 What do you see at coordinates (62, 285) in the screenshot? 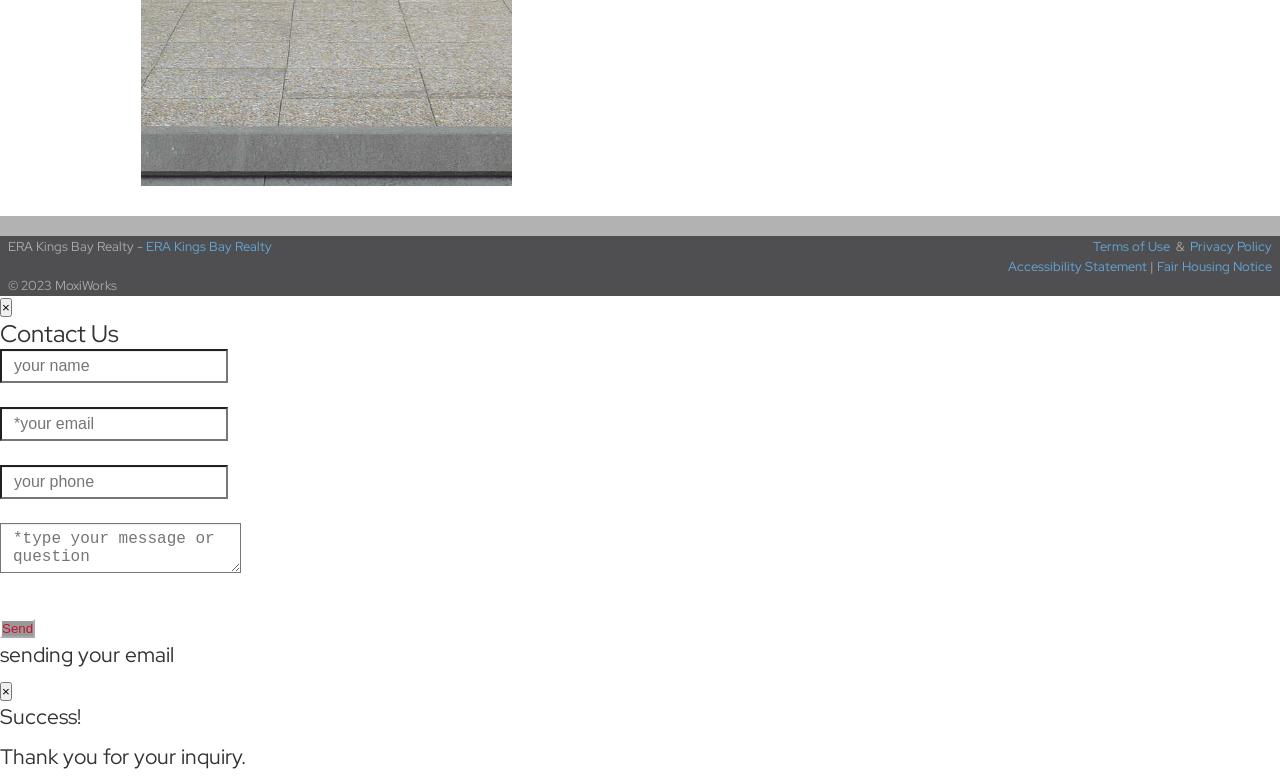
I see `'© 2023 MoxiWorks'` at bounding box center [62, 285].